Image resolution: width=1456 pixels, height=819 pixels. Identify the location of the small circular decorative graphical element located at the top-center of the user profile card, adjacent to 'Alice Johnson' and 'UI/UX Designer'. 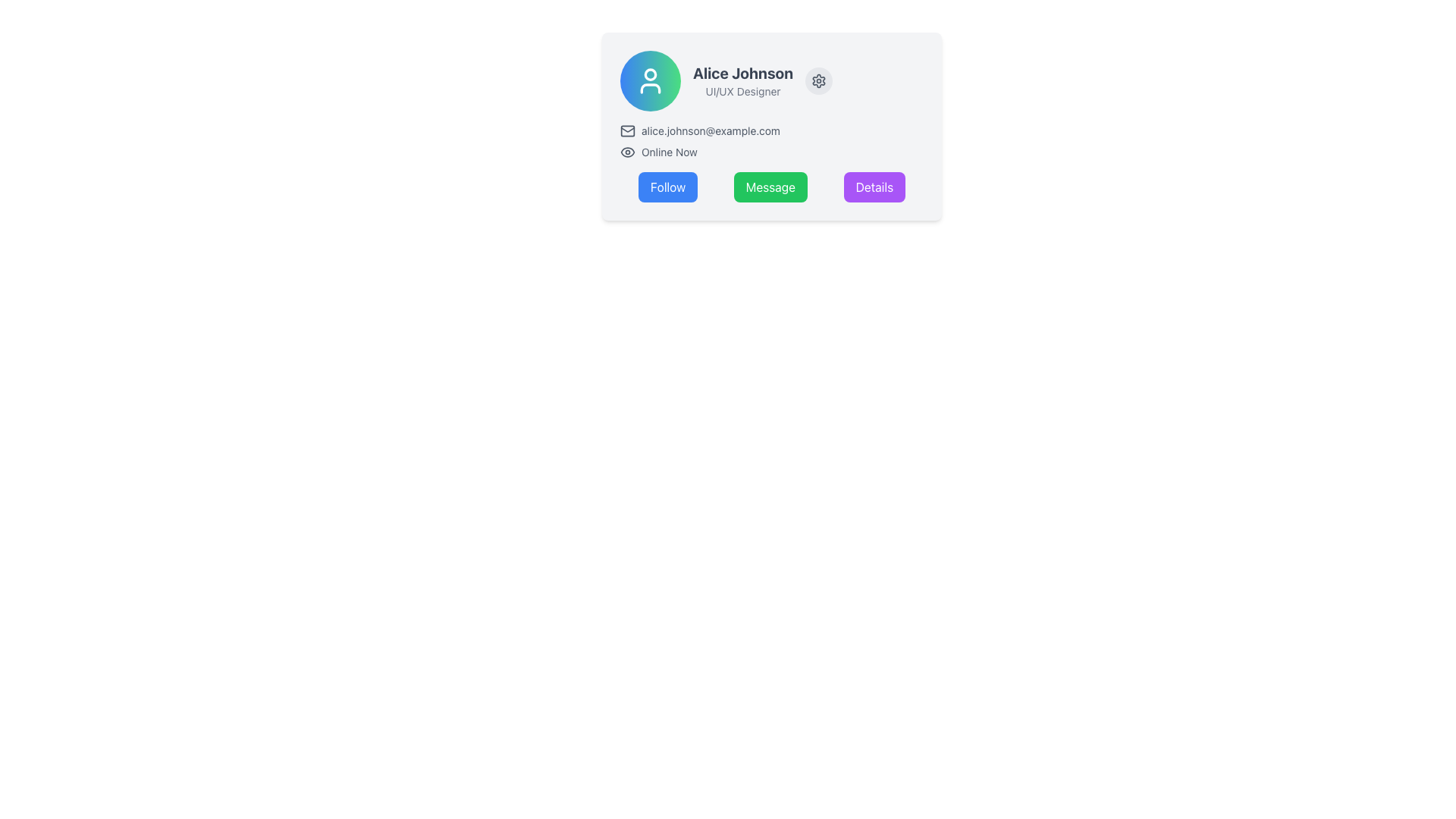
(651, 74).